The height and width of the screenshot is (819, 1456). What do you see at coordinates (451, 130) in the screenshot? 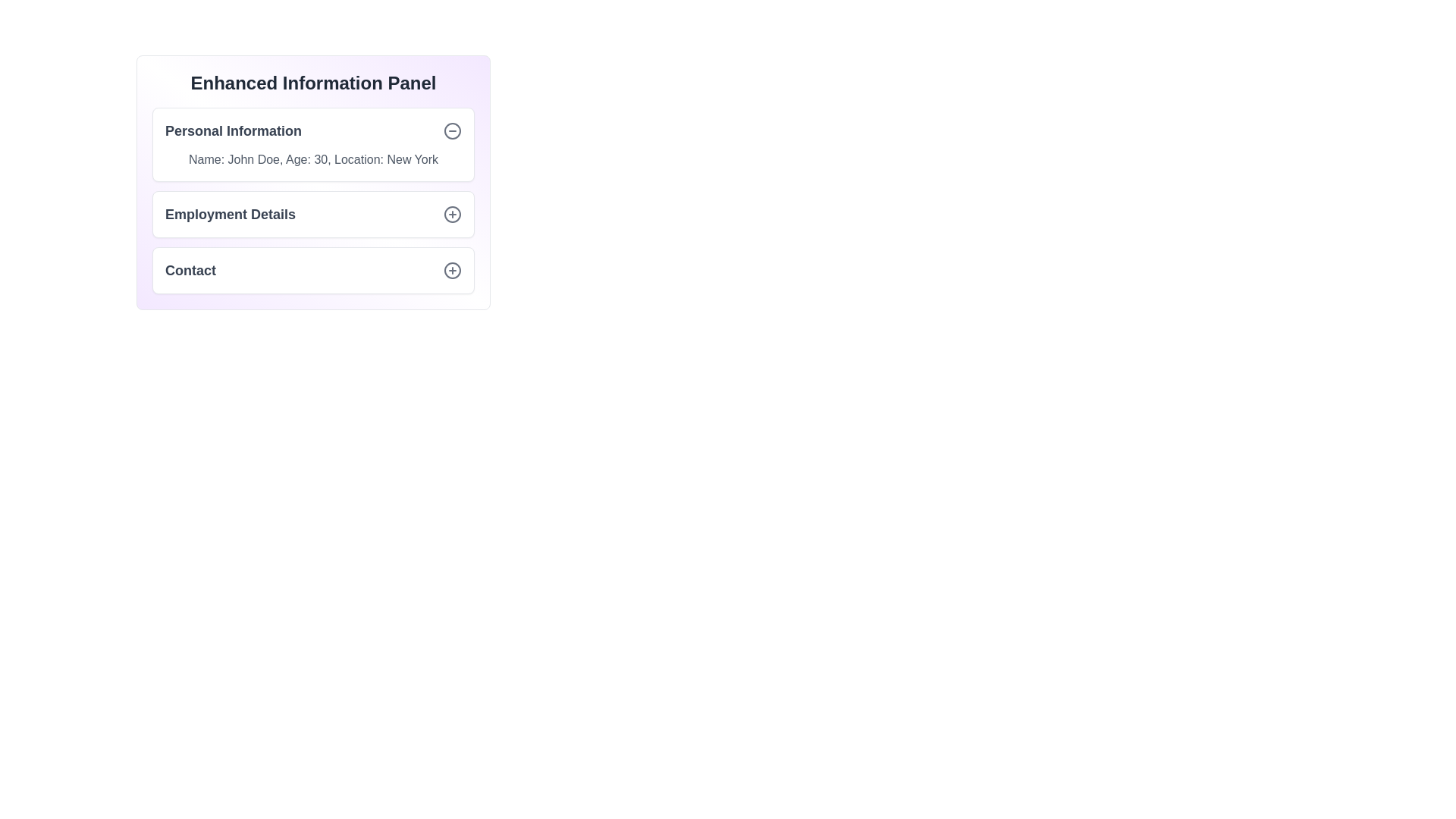
I see `the circular SVG graphical element featuring a minus sign, located to the right of the 'Personal Information' section header in the 'Enhanced Information Panel'` at bounding box center [451, 130].